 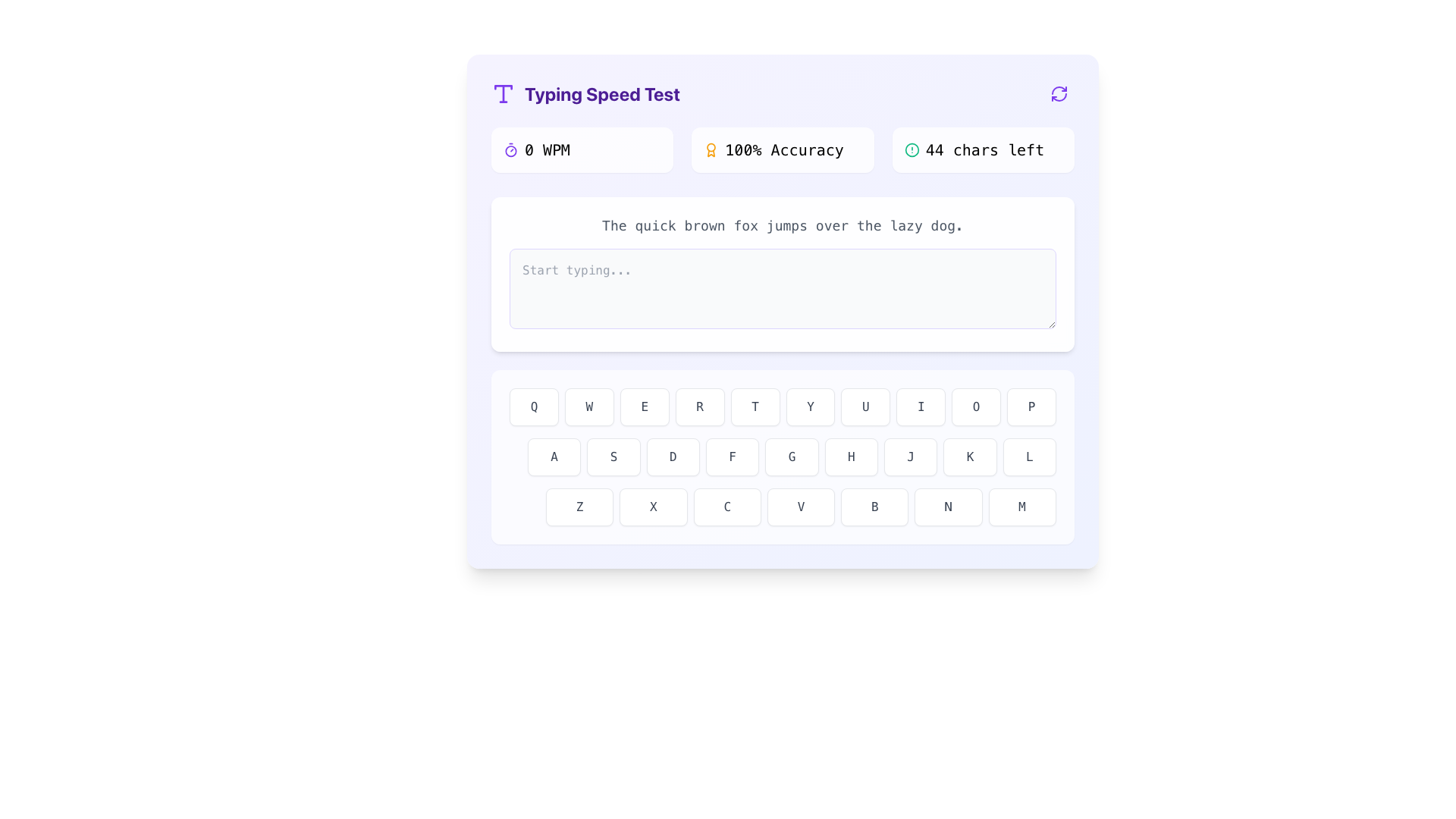 I want to click on the 'A' button located in the top-left position of the keyboard layout to input the character 'A', so click(x=554, y=456).